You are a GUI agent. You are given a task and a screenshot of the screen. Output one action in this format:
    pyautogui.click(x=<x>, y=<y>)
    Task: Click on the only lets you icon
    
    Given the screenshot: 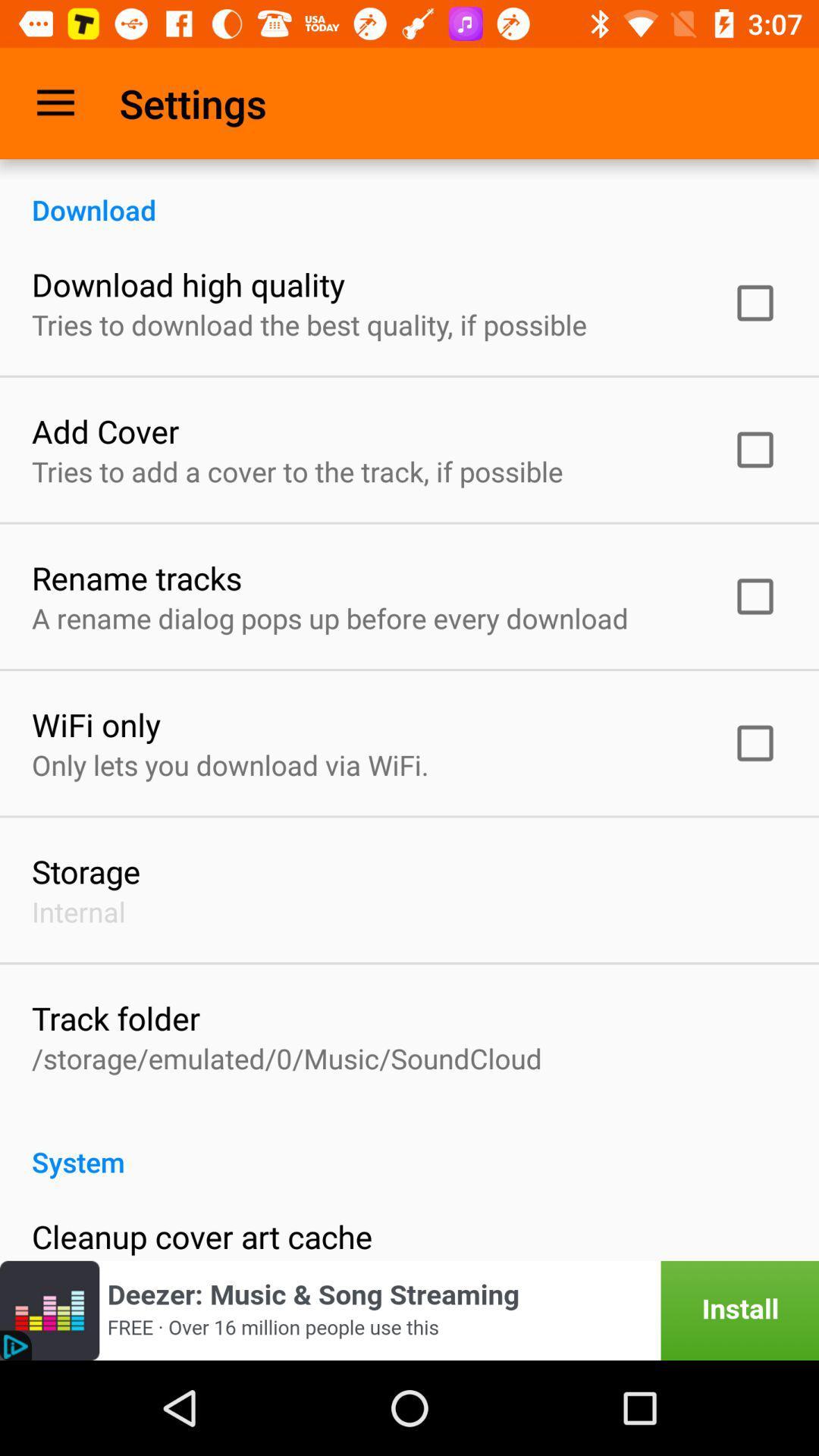 What is the action you would take?
    pyautogui.click(x=230, y=764)
    